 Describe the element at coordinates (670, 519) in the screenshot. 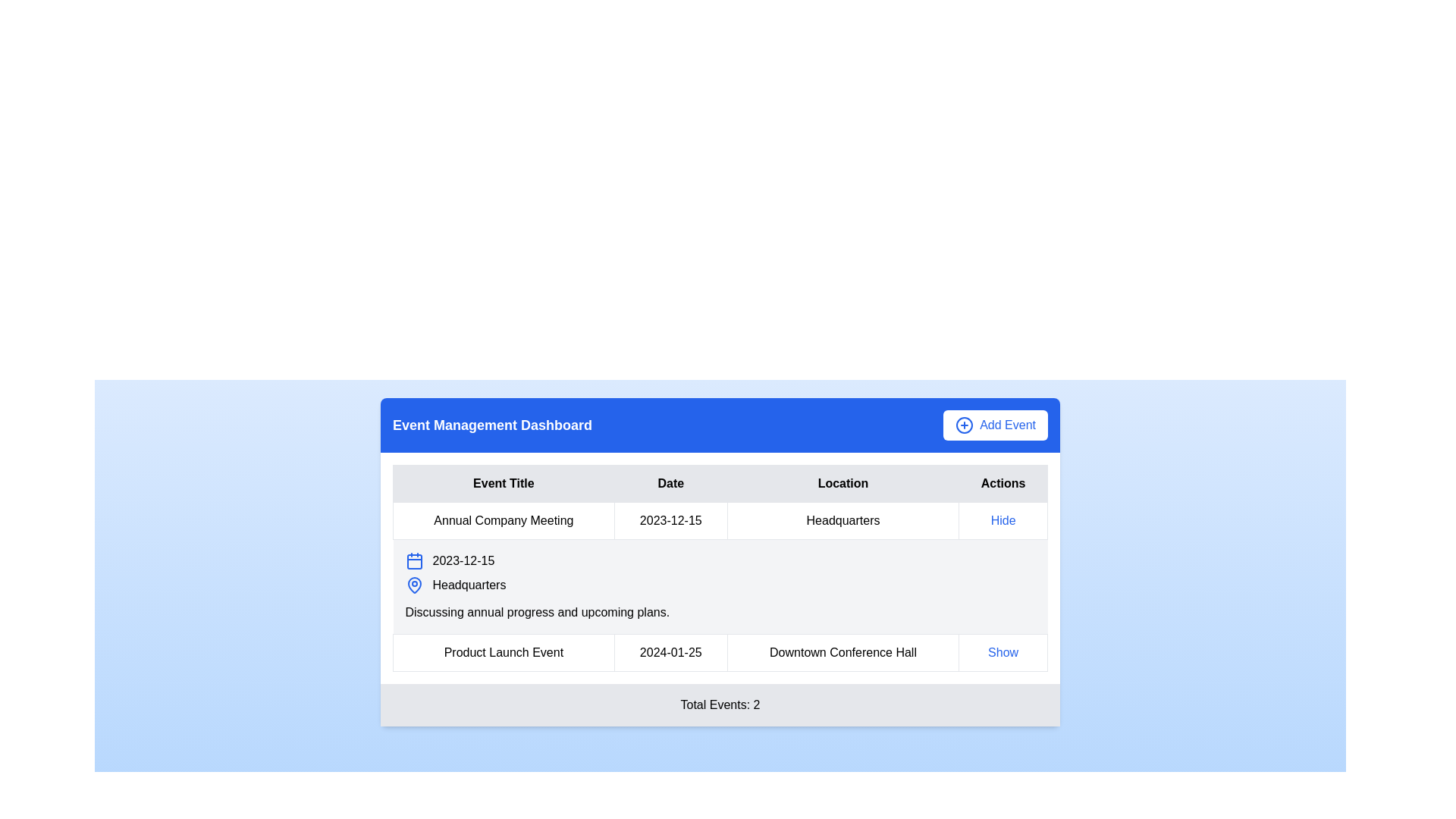

I see `the Text Label that displays the scheduled date of an event, located in the 'Date' column of a table, second from the left` at that location.